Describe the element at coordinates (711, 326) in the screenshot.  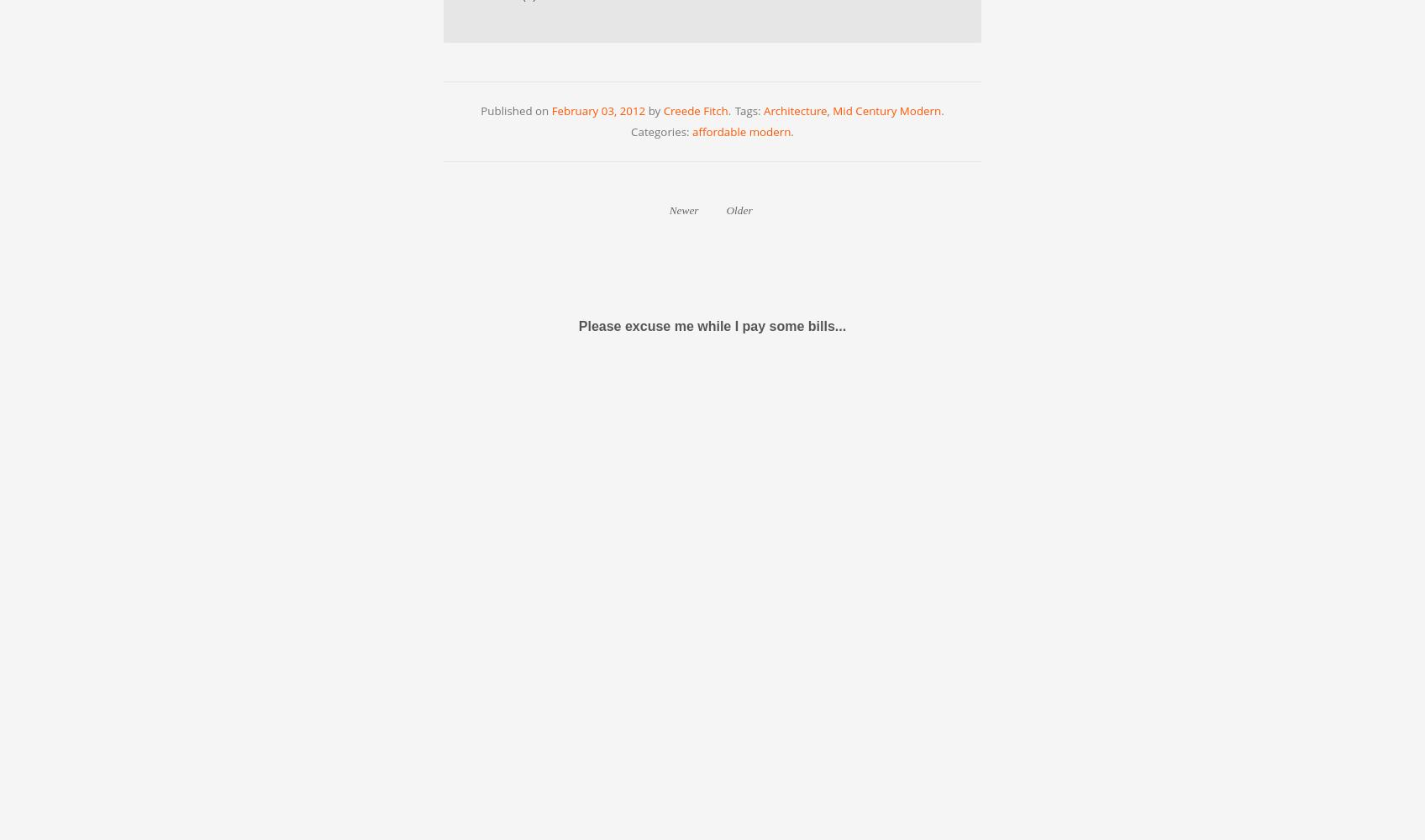
I see `'Please excuse me while I pay some bills...'` at that location.